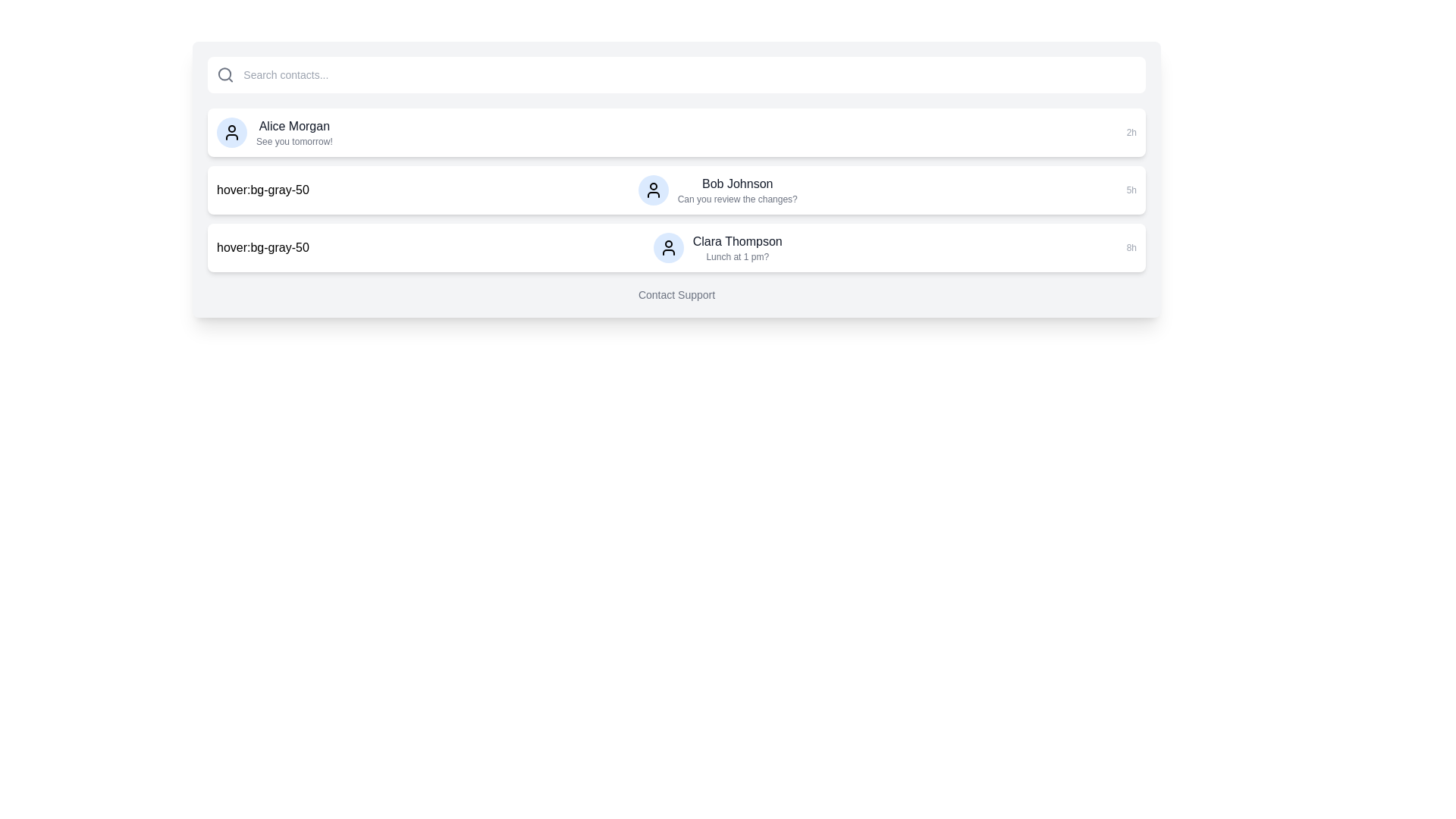  What do you see at coordinates (737, 198) in the screenshot?
I see `the text element displaying 'Can you review the changes?' which is located underneath the bold text 'Bob Johnson' in the second row of a list-like structure` at bounding box center [737, 198].